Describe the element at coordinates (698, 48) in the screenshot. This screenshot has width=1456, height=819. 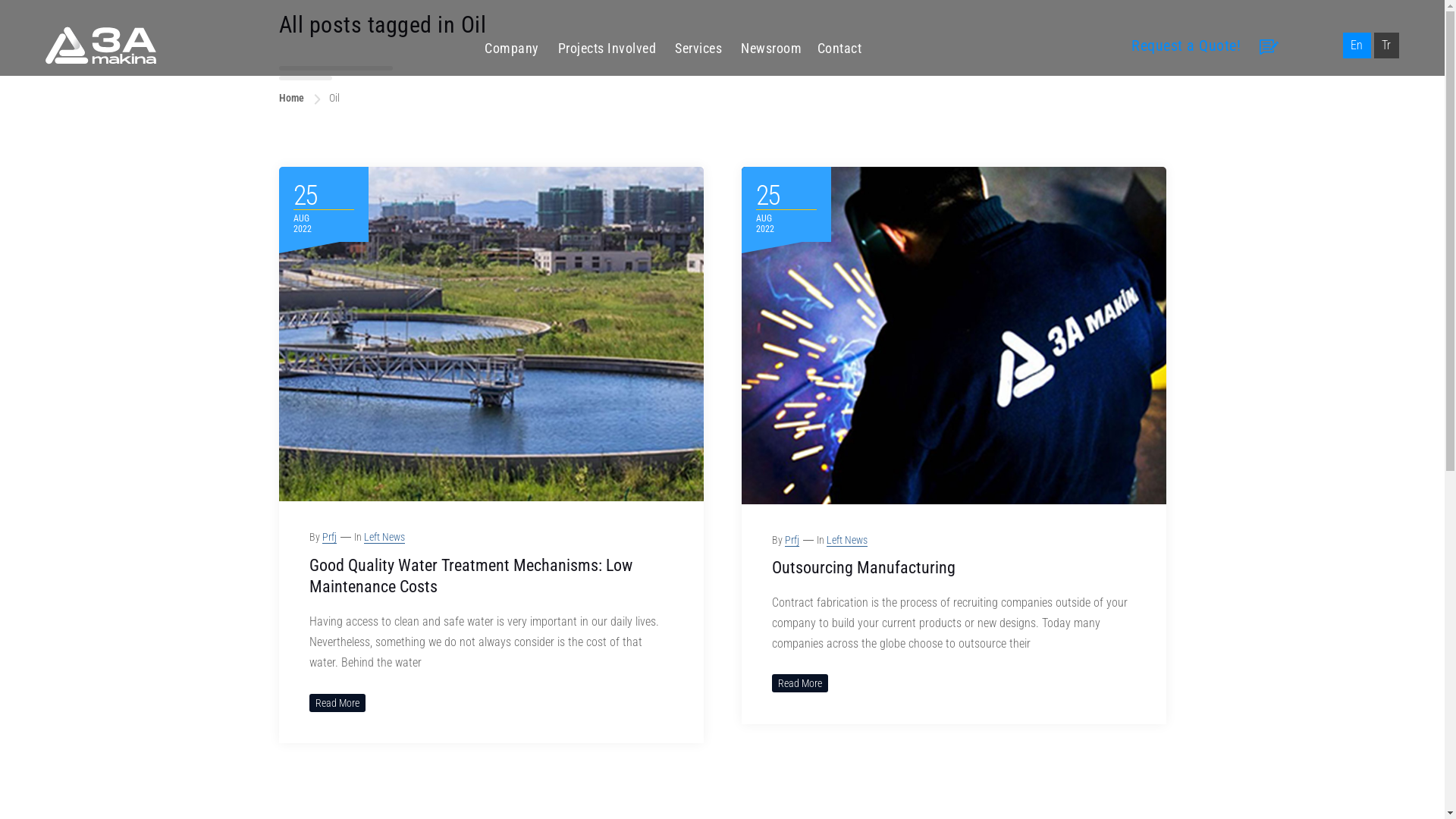
I see `'Services'` at that location.